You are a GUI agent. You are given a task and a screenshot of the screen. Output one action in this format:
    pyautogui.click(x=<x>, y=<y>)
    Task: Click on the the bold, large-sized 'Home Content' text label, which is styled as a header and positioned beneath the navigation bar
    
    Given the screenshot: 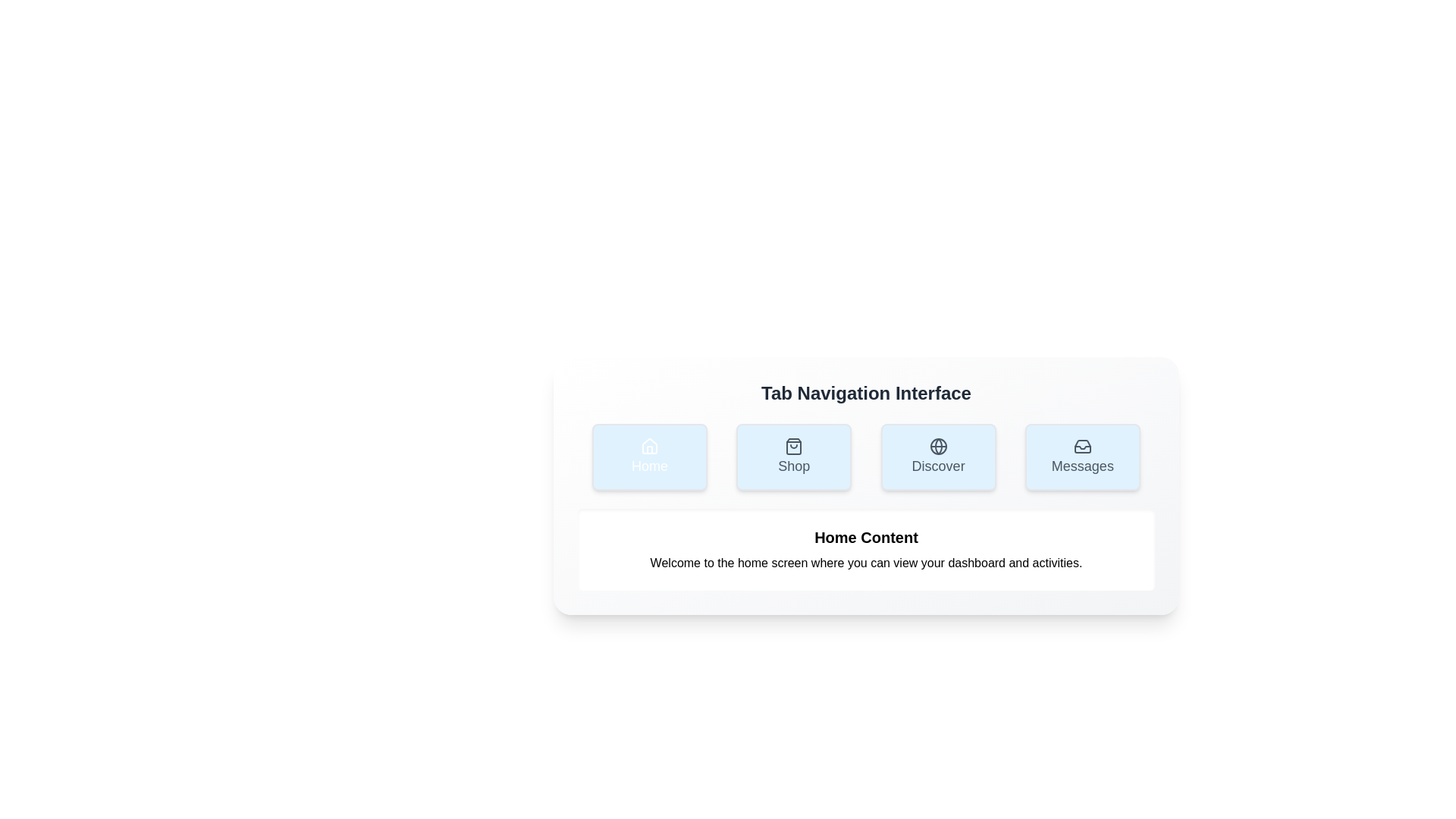 What is the action you would take?
    pyautogui.click(x=866, y=537)
    